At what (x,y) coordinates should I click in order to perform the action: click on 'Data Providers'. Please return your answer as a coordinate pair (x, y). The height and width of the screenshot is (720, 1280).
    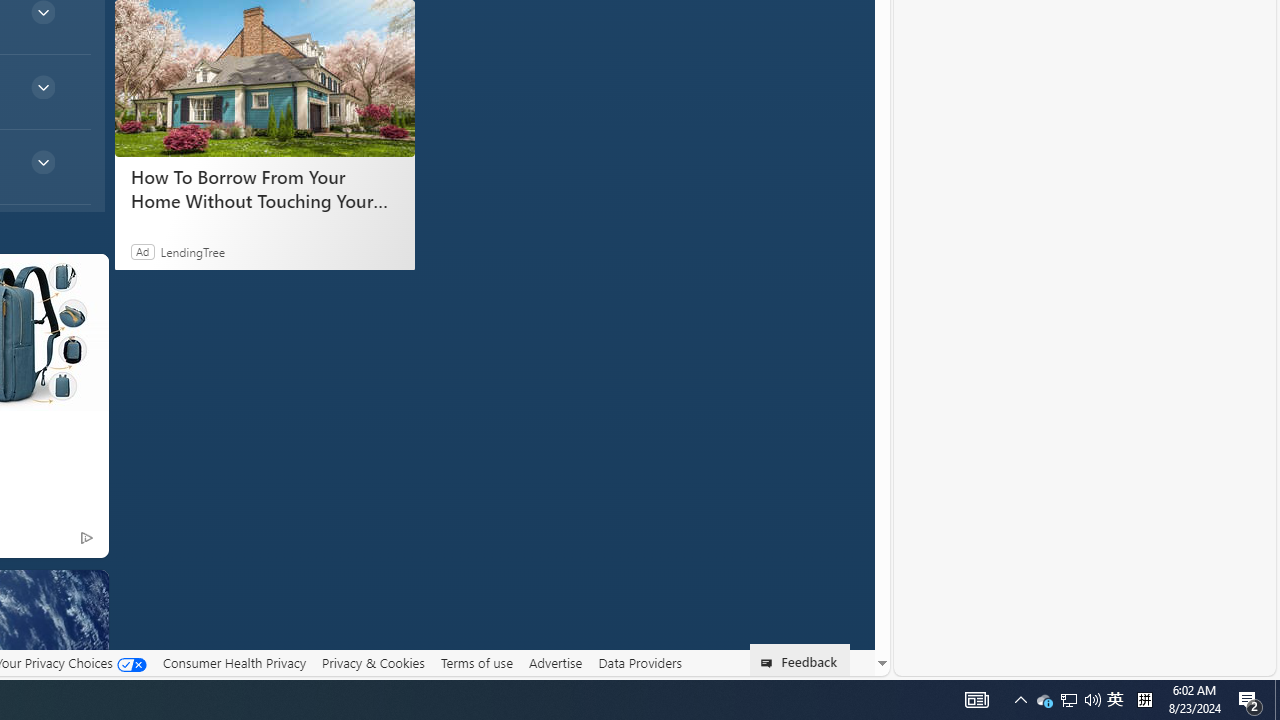
    Looking at the image, I should click on (640, 662).